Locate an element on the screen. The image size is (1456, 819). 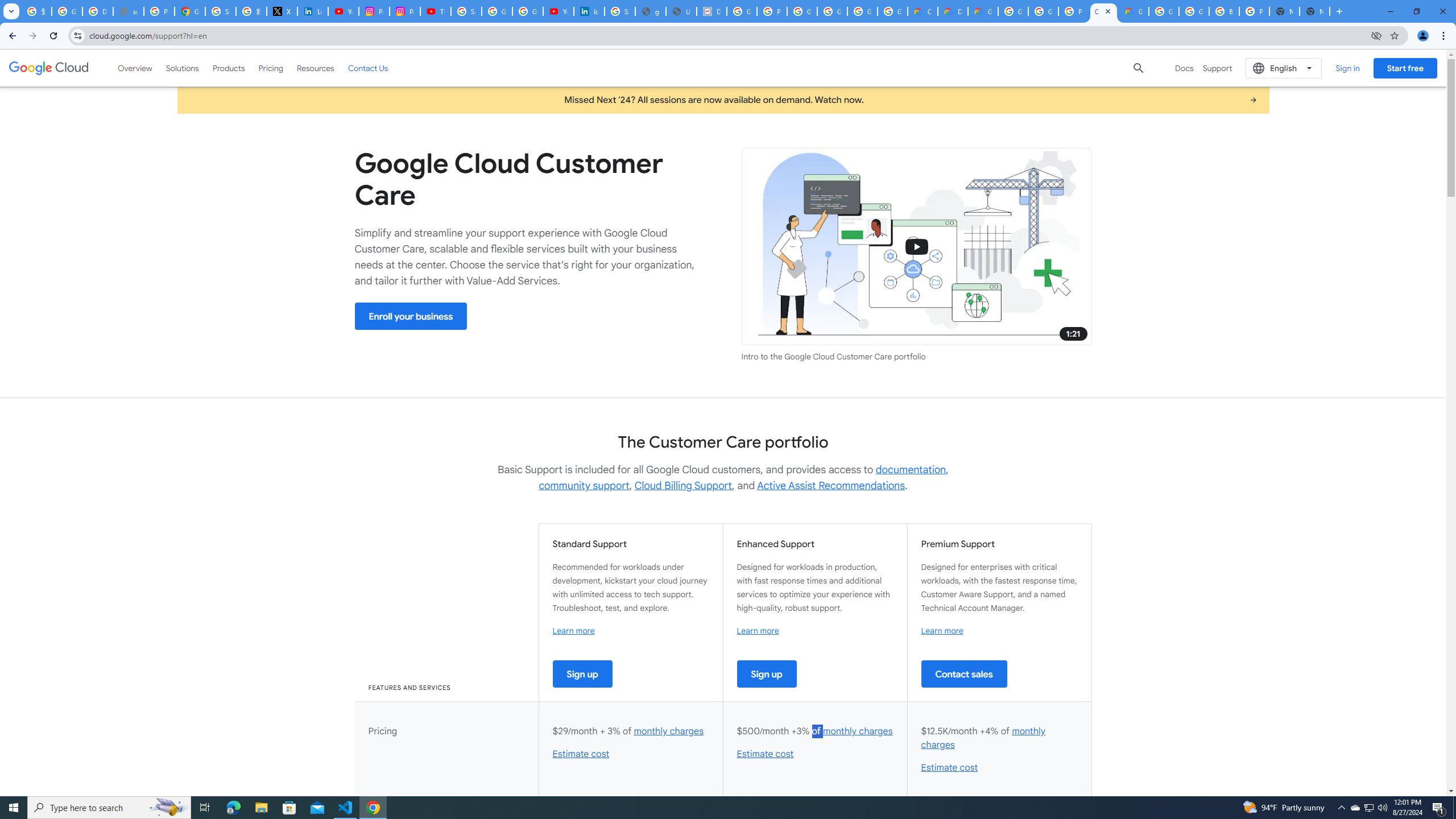
'Contact Us' is located at coordinates (368, 68).